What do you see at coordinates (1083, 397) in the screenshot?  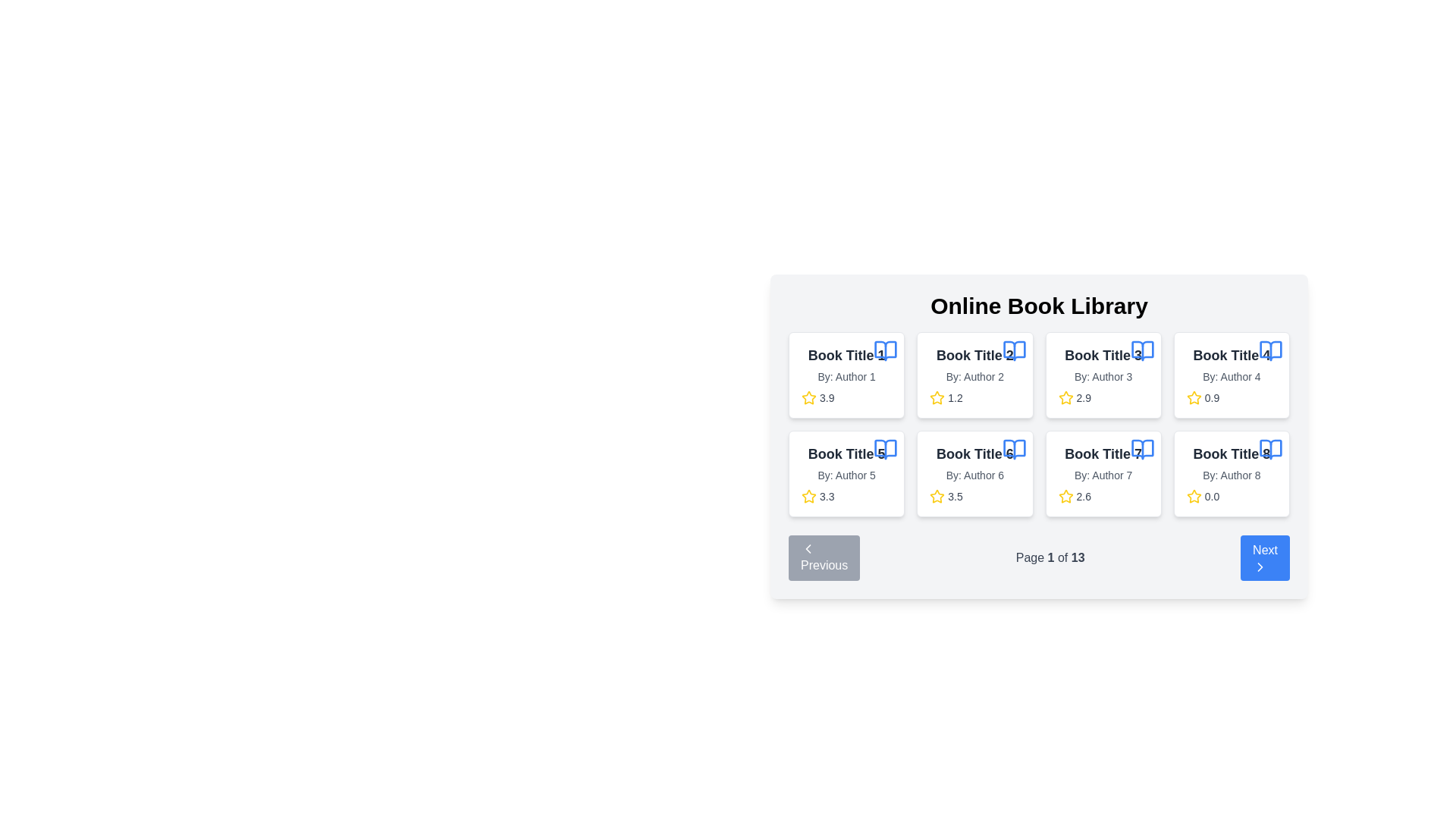 I see `the text label displaying the numerical value '2.9', which is positioned to the right of the yellow star icon in the bottom section of the card for 'Book Title 7'` at bounding box center [1083, 397].